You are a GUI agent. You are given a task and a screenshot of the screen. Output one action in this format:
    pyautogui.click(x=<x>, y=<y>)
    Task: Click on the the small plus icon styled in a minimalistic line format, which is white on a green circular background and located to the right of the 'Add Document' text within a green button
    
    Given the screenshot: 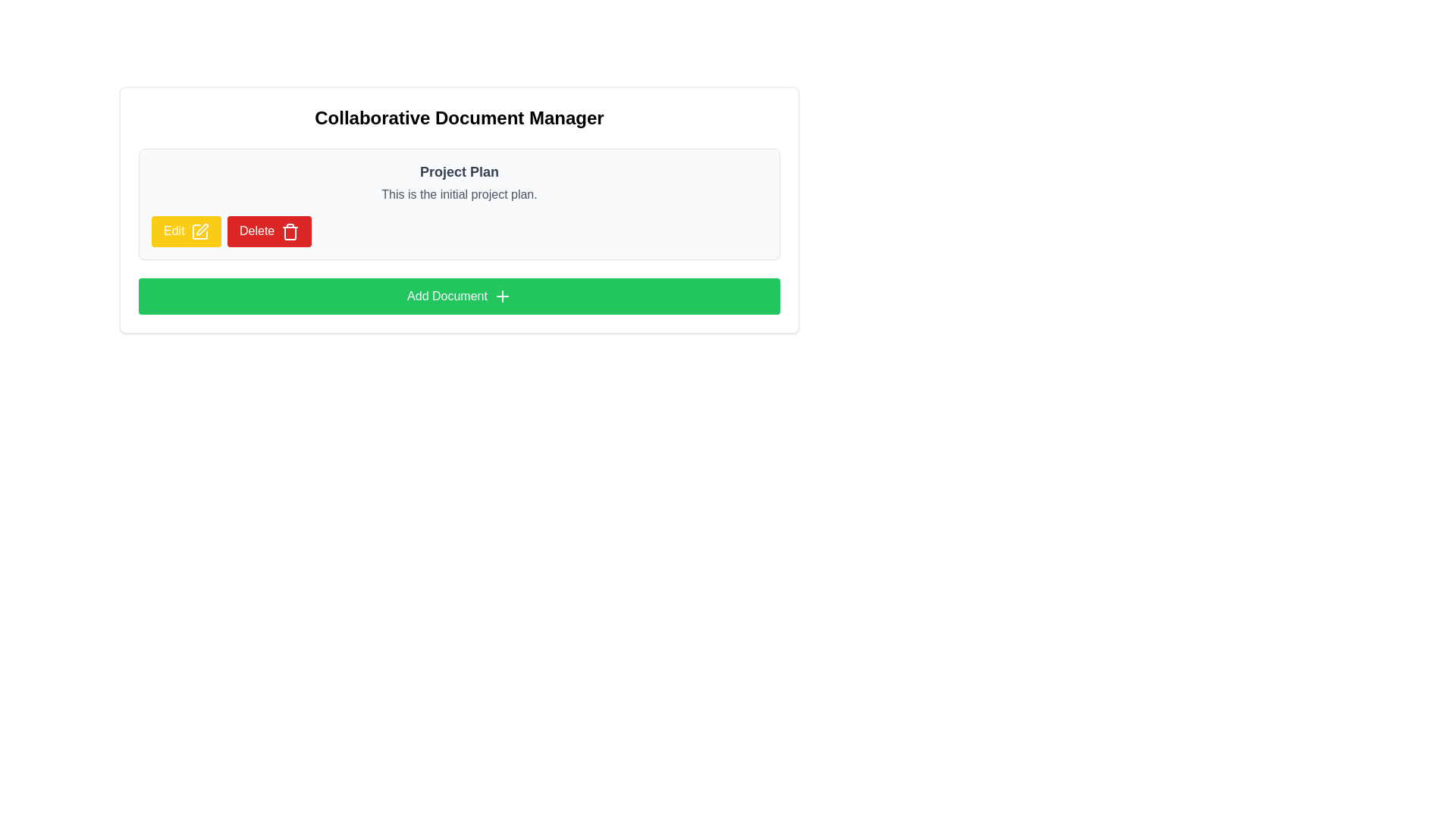 What is the action you would take?
    pyautogui.click(x=502, y=296)
    